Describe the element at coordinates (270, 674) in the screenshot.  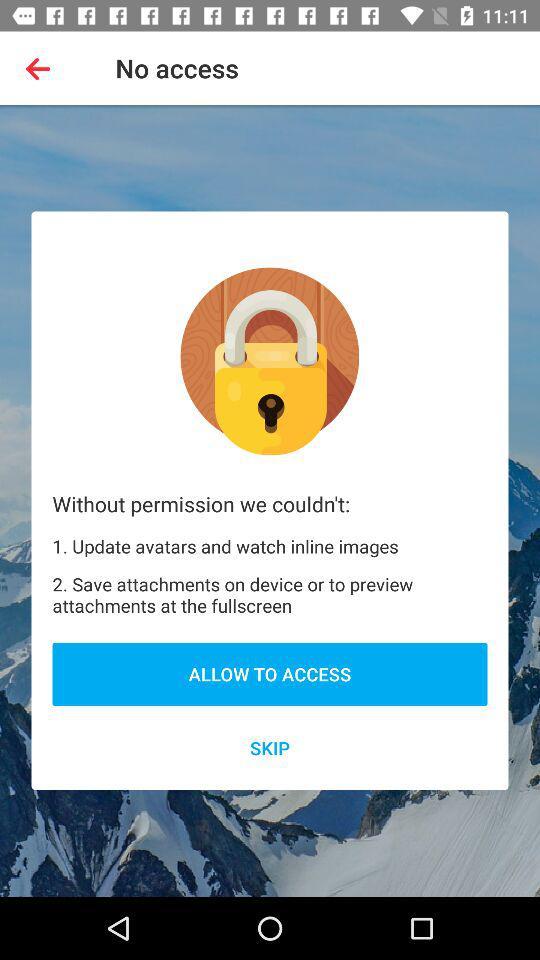
I see `icon below the 2 save attachments item` at that location.